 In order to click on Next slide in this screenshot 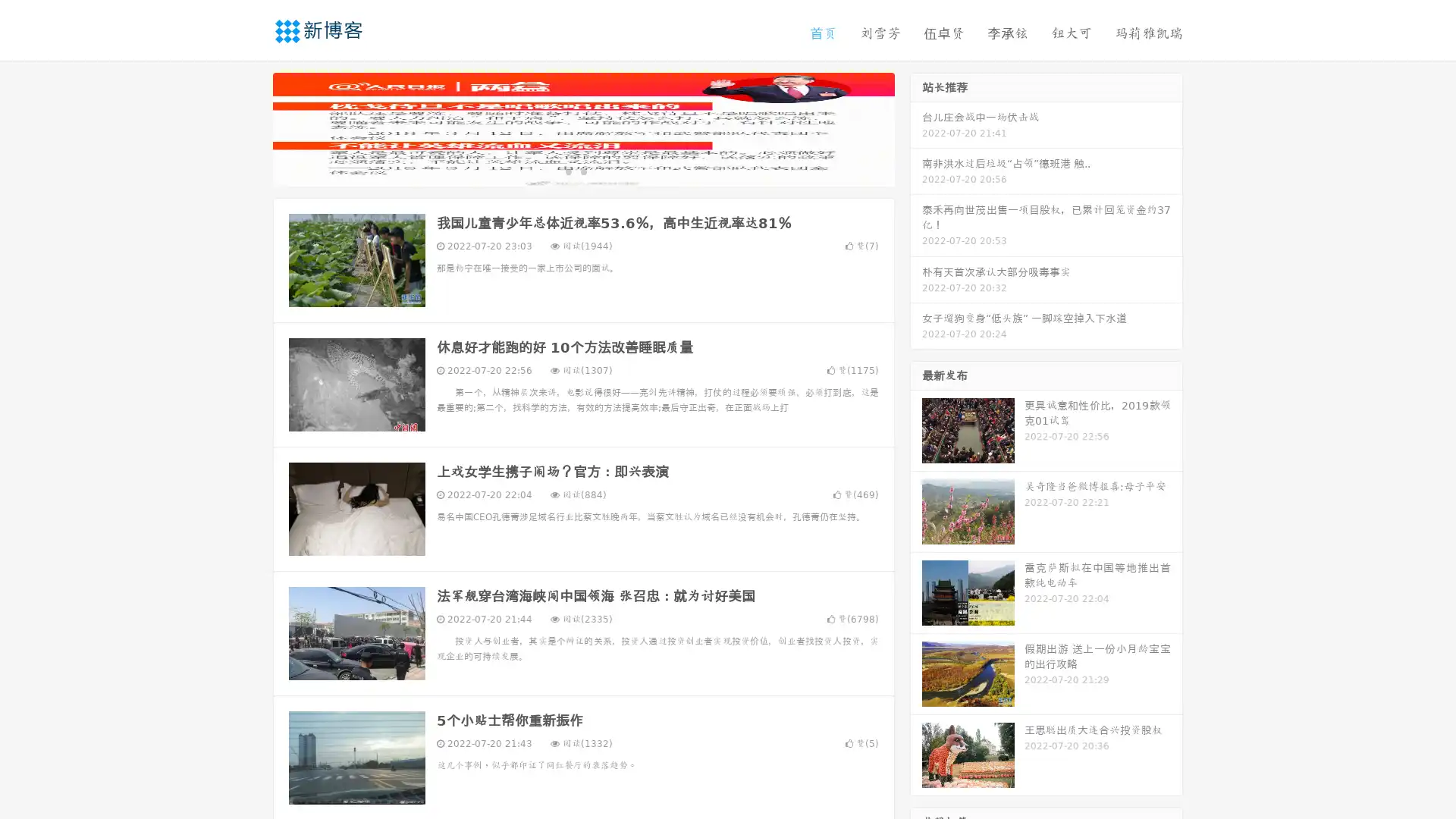, I will do `click(916, 127)`.